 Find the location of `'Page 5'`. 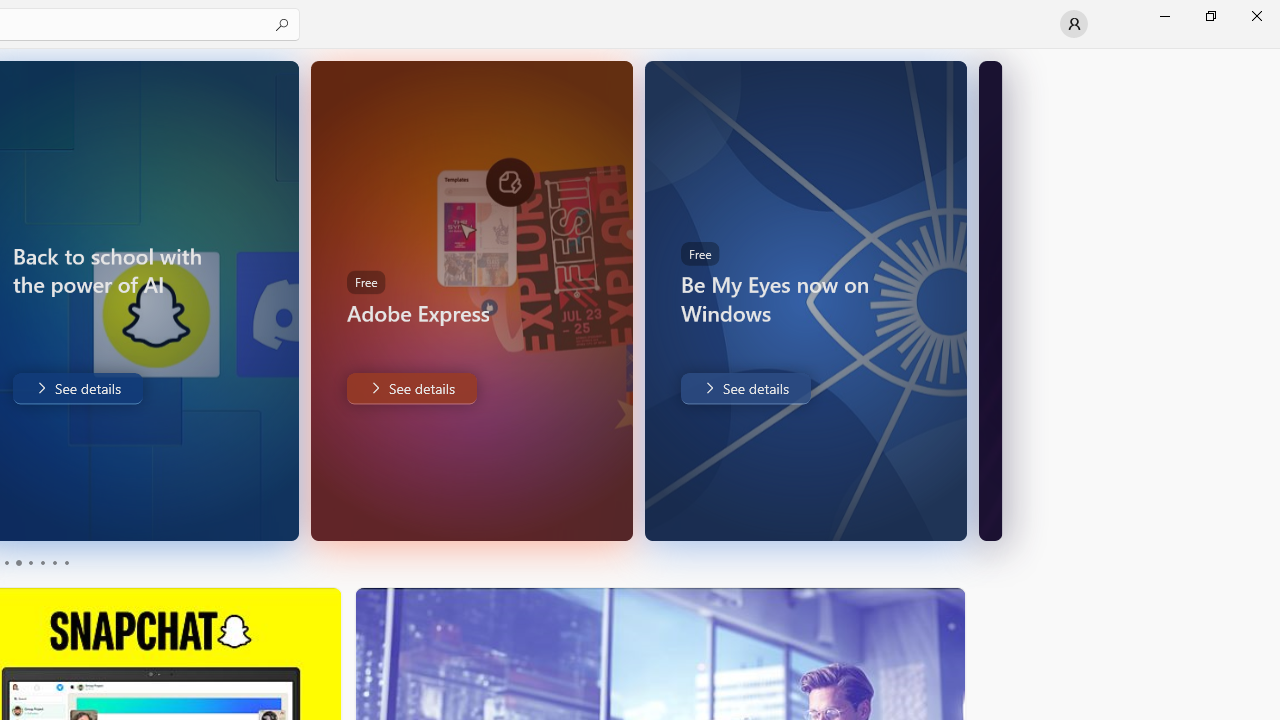

'Page 5' is located at coordinates (54, 563).